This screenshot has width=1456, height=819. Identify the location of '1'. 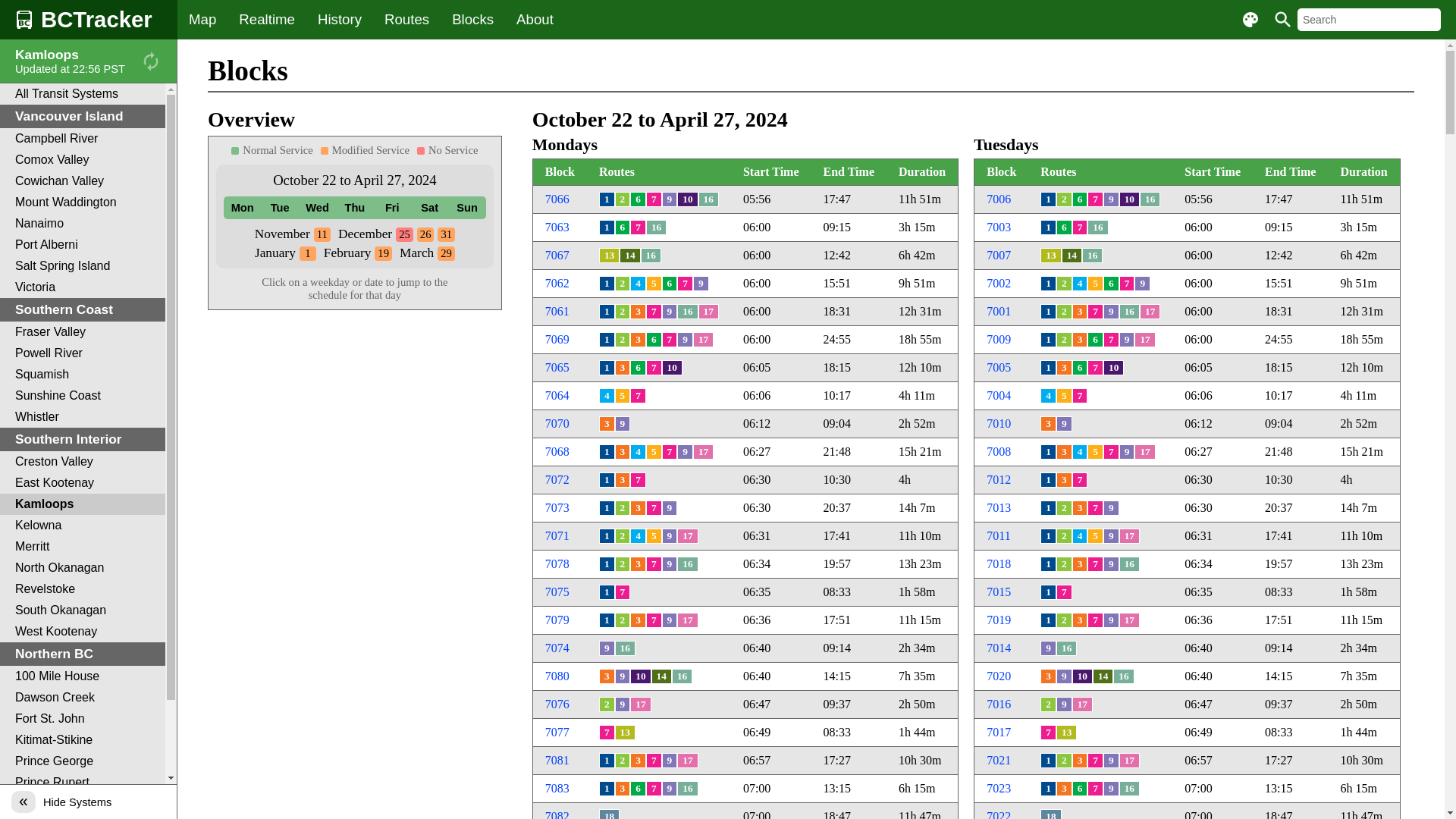
(1040, 338).